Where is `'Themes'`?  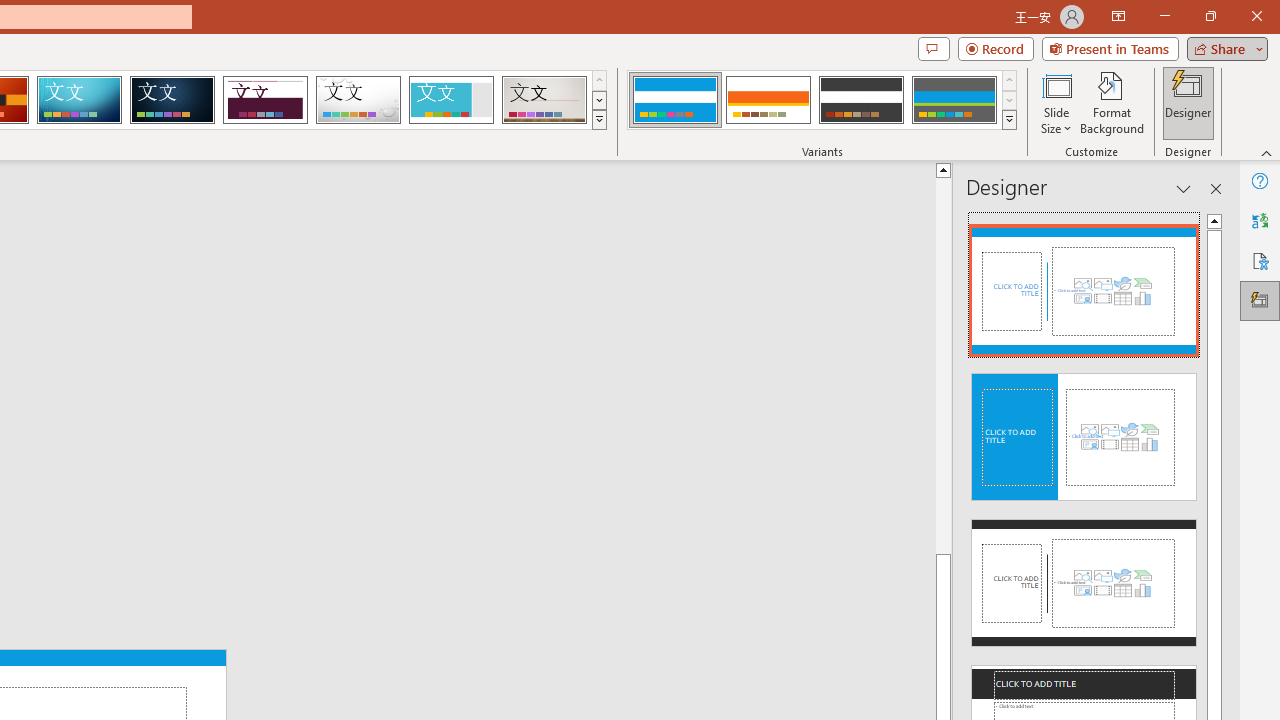 'Themes' is located at coordinates (598, 120).